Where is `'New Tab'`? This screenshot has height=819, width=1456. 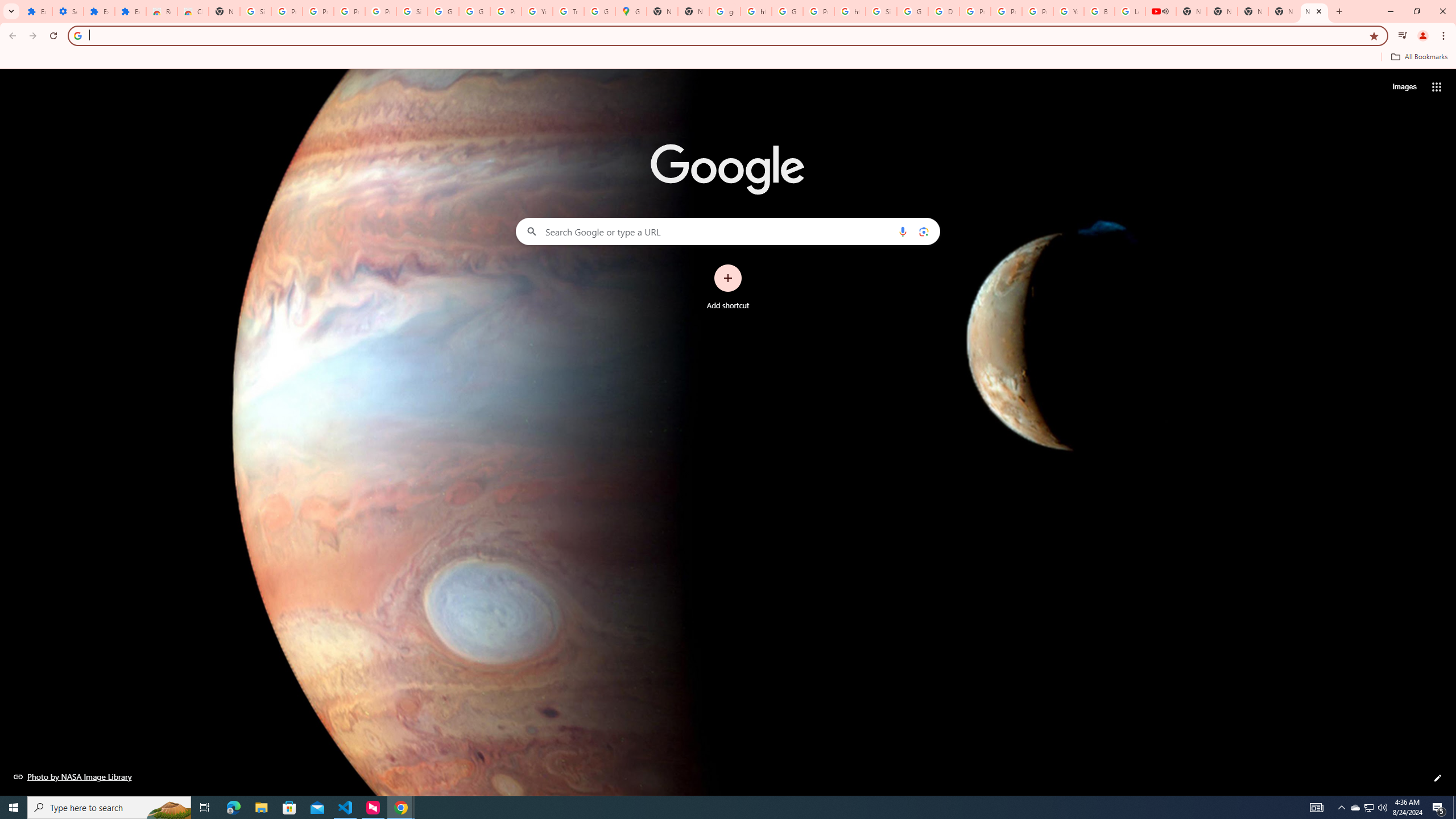 'New Tab' is located at coordinates (1314, 11).